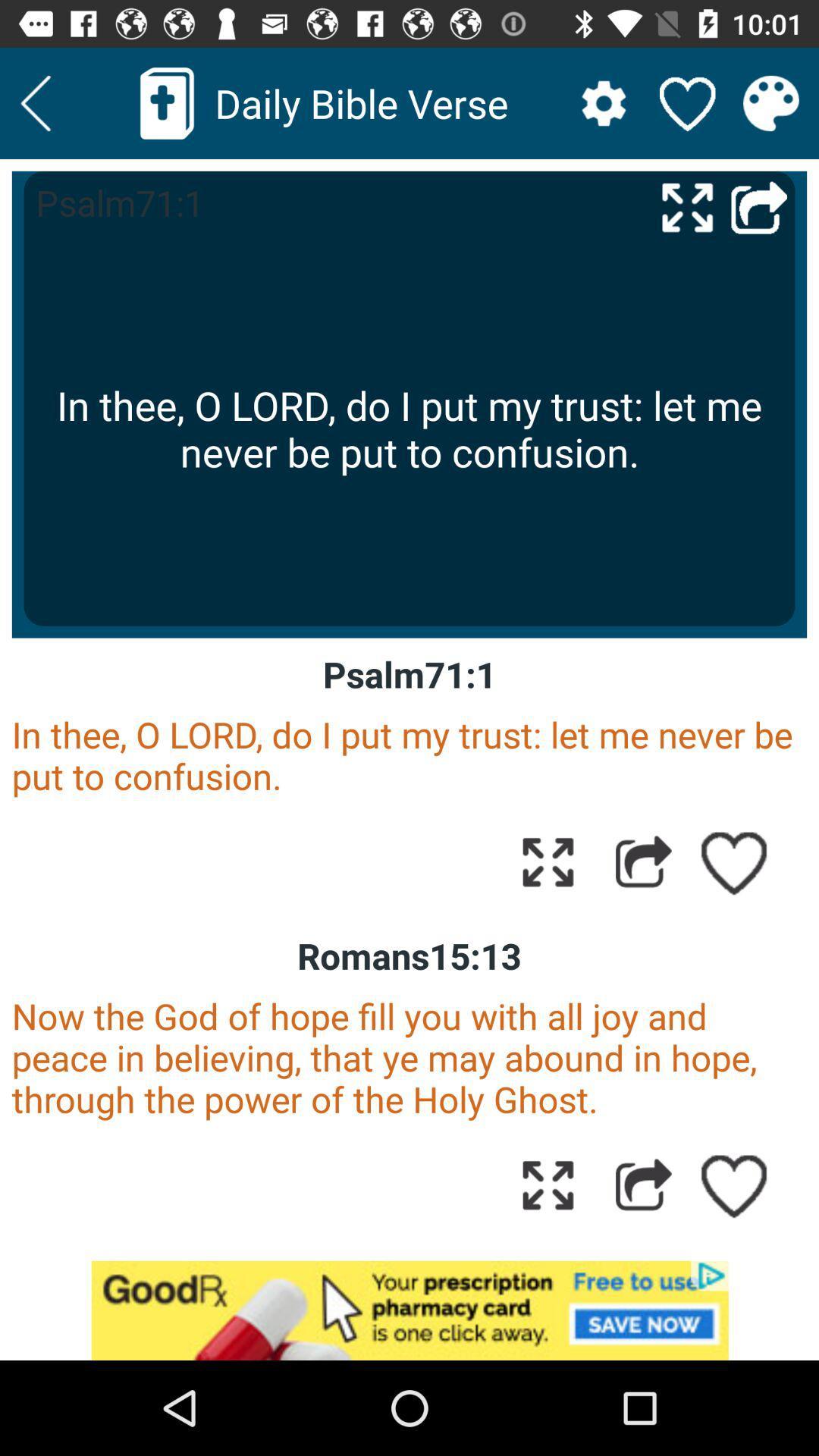  Describe the element at coordinates (687, 206) in the screenshot. I see `rotate of the video` at that location.